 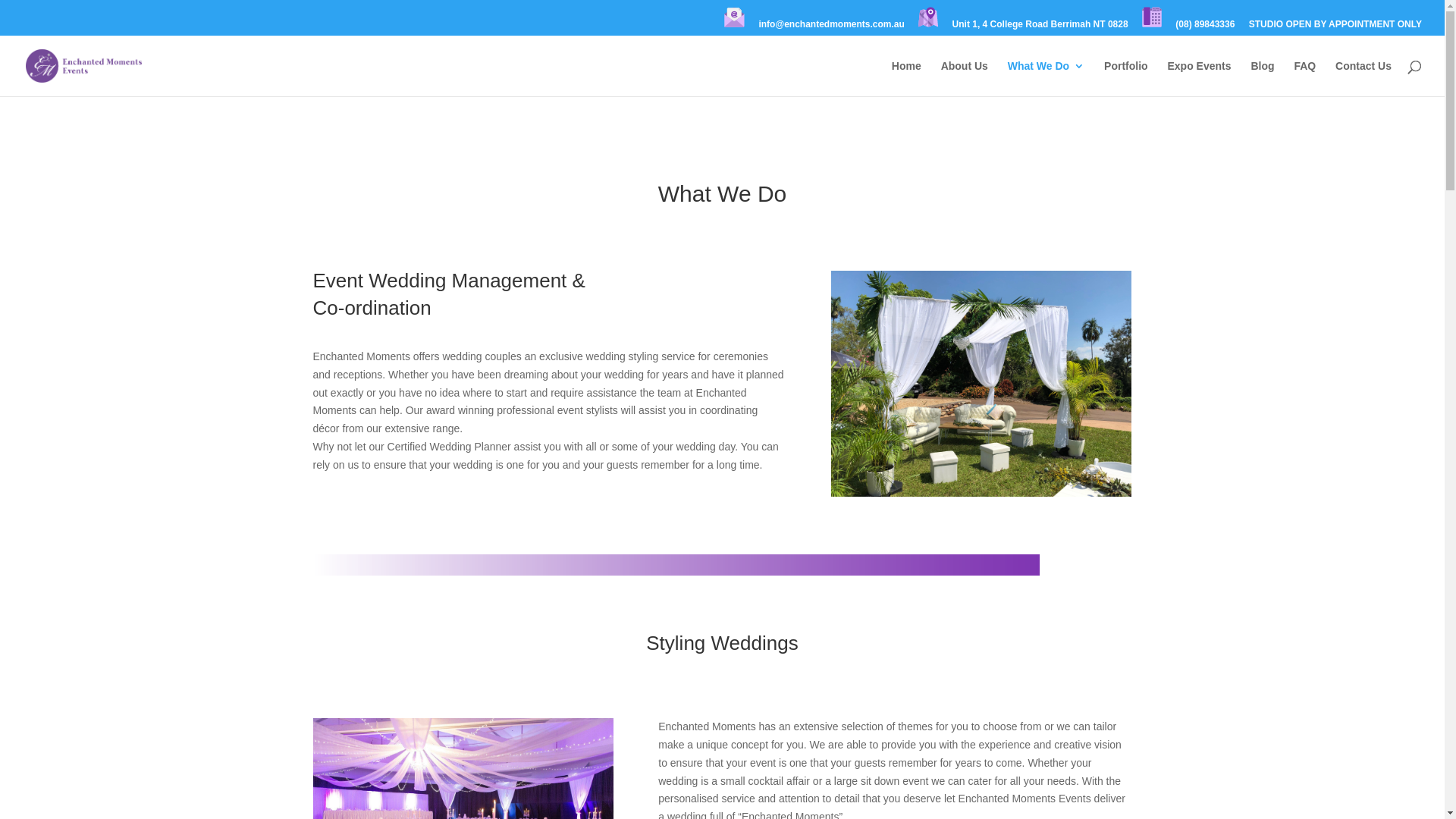 What do you see at coordinates (1103, 78) in the screenshot?
I see `'Portfolio'` at bounding box center [1103, 78].